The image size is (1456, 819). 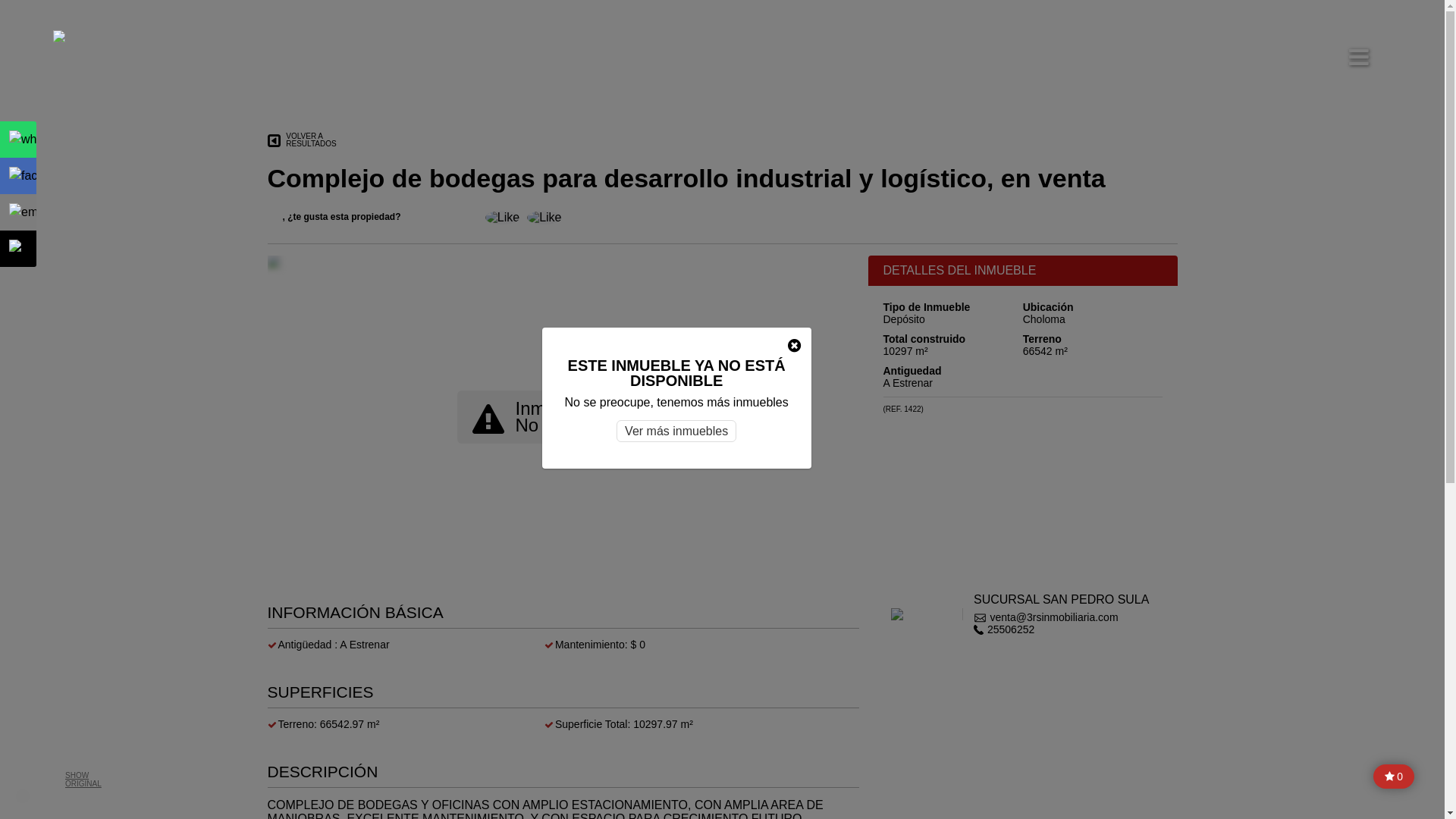 What do you see at coordinates (973, 617) in the screenshot?
I see `'venta@3rsinmobiliaria.com'` at bounding box center [973, 617].